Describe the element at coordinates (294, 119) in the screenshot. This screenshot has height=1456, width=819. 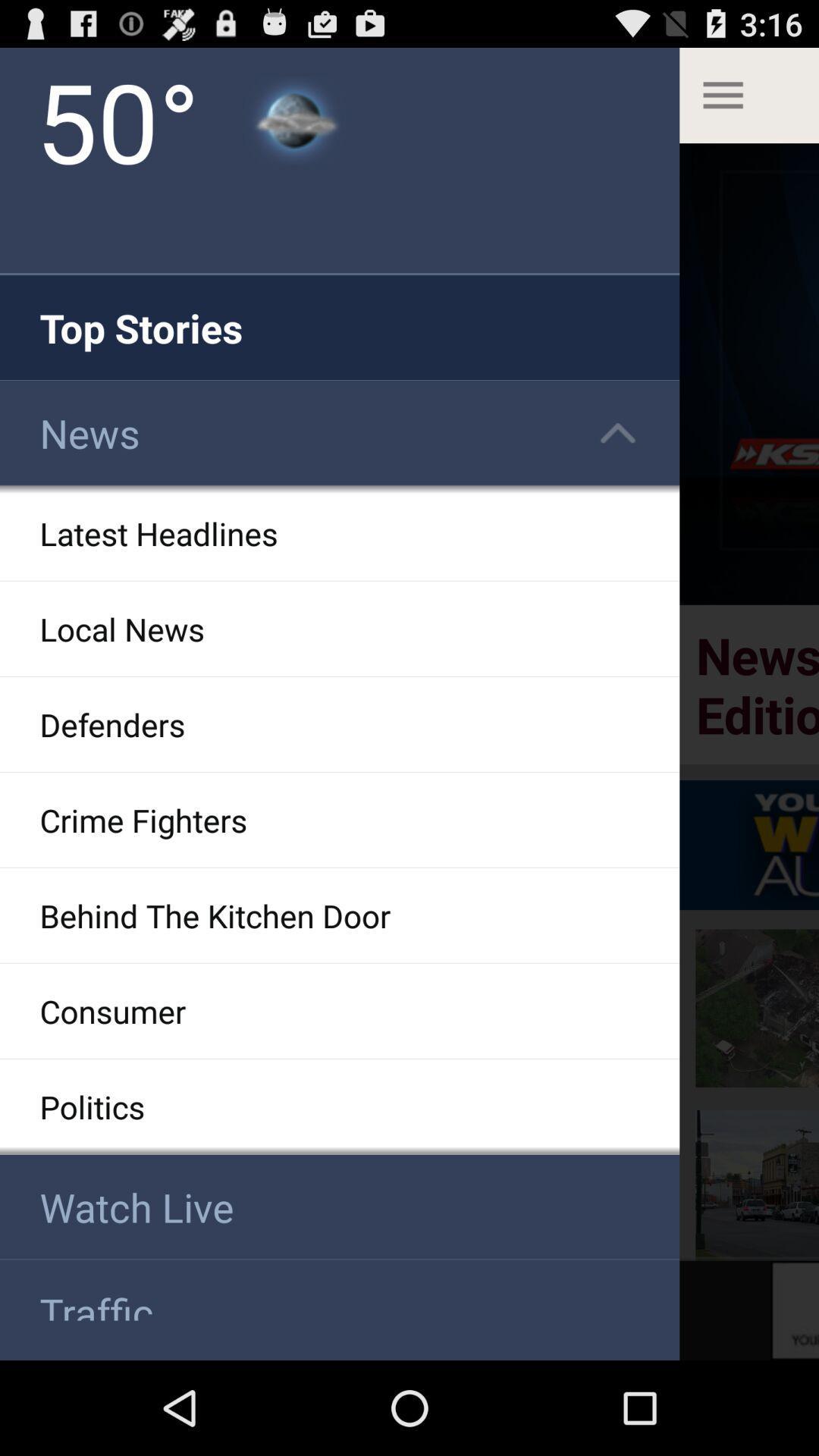
I see `the image next to 50 degrees` at that location.